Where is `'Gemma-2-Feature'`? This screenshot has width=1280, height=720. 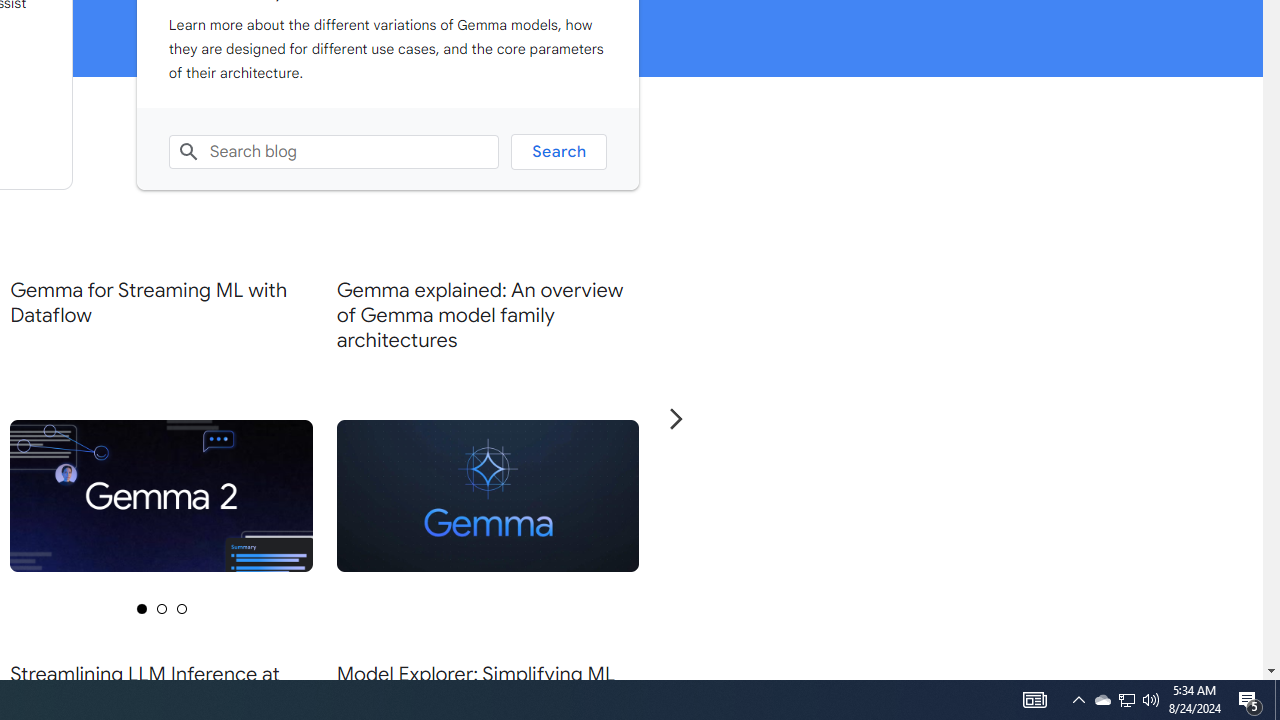
'Gemma-2-Feature' is located at coordinates (161, 495).